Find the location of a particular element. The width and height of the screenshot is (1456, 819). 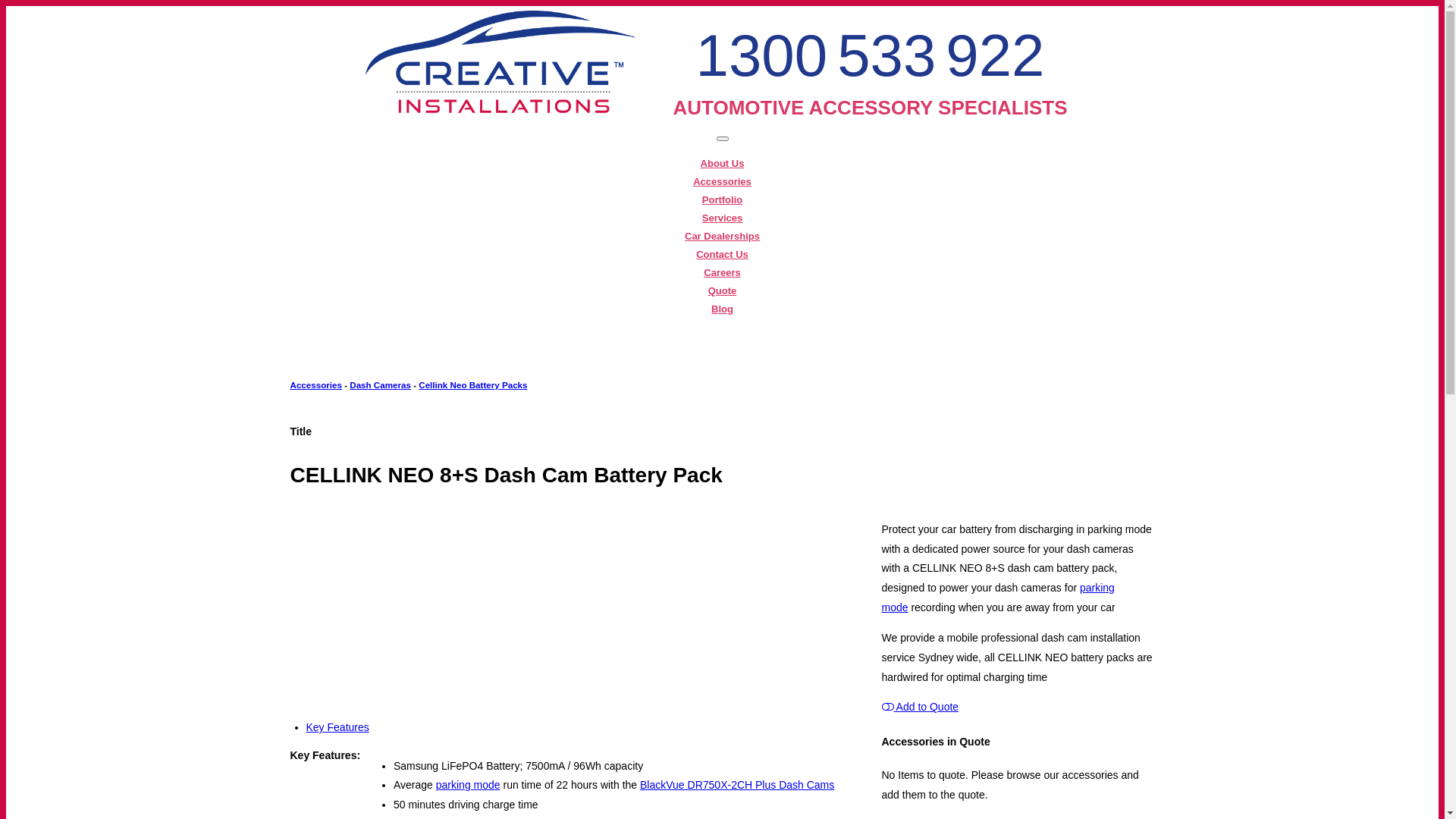

'parking mode' is located at coordinates (997, 596).